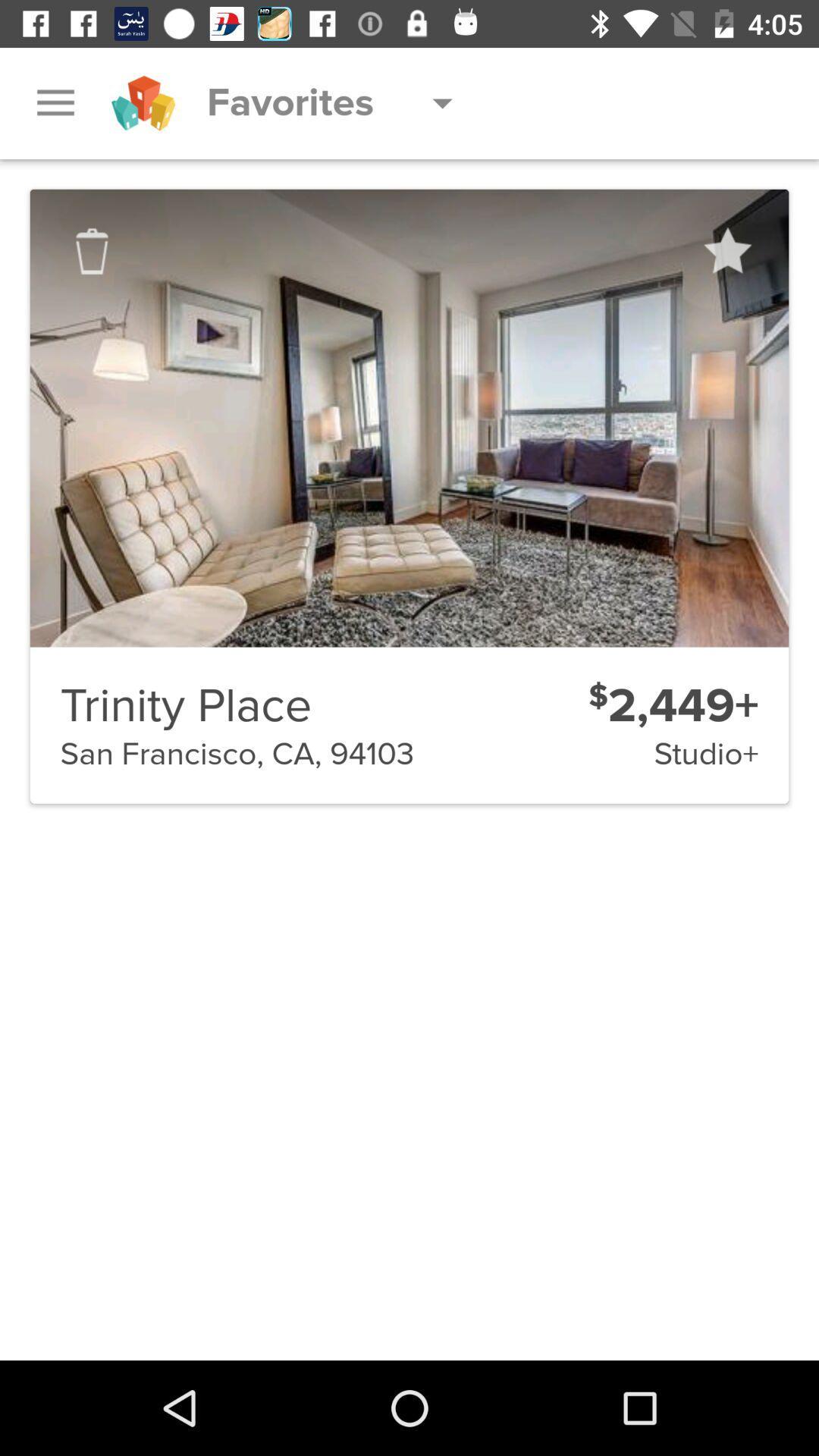  Describe the element at coordinates (92, 251) in the screenshot. I see `trash` at that location.